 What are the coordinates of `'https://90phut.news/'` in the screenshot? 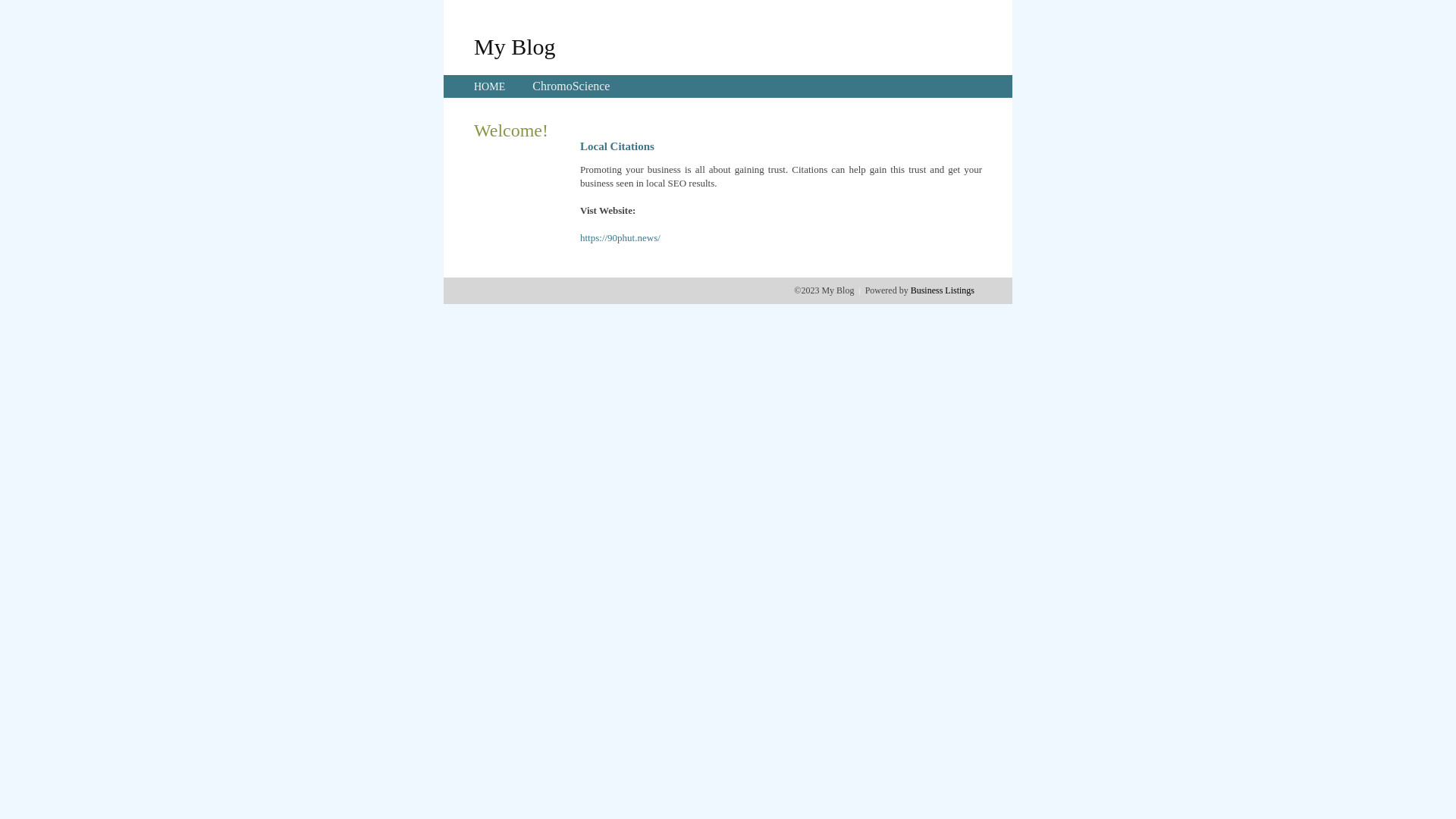 It's located at (579, 237).